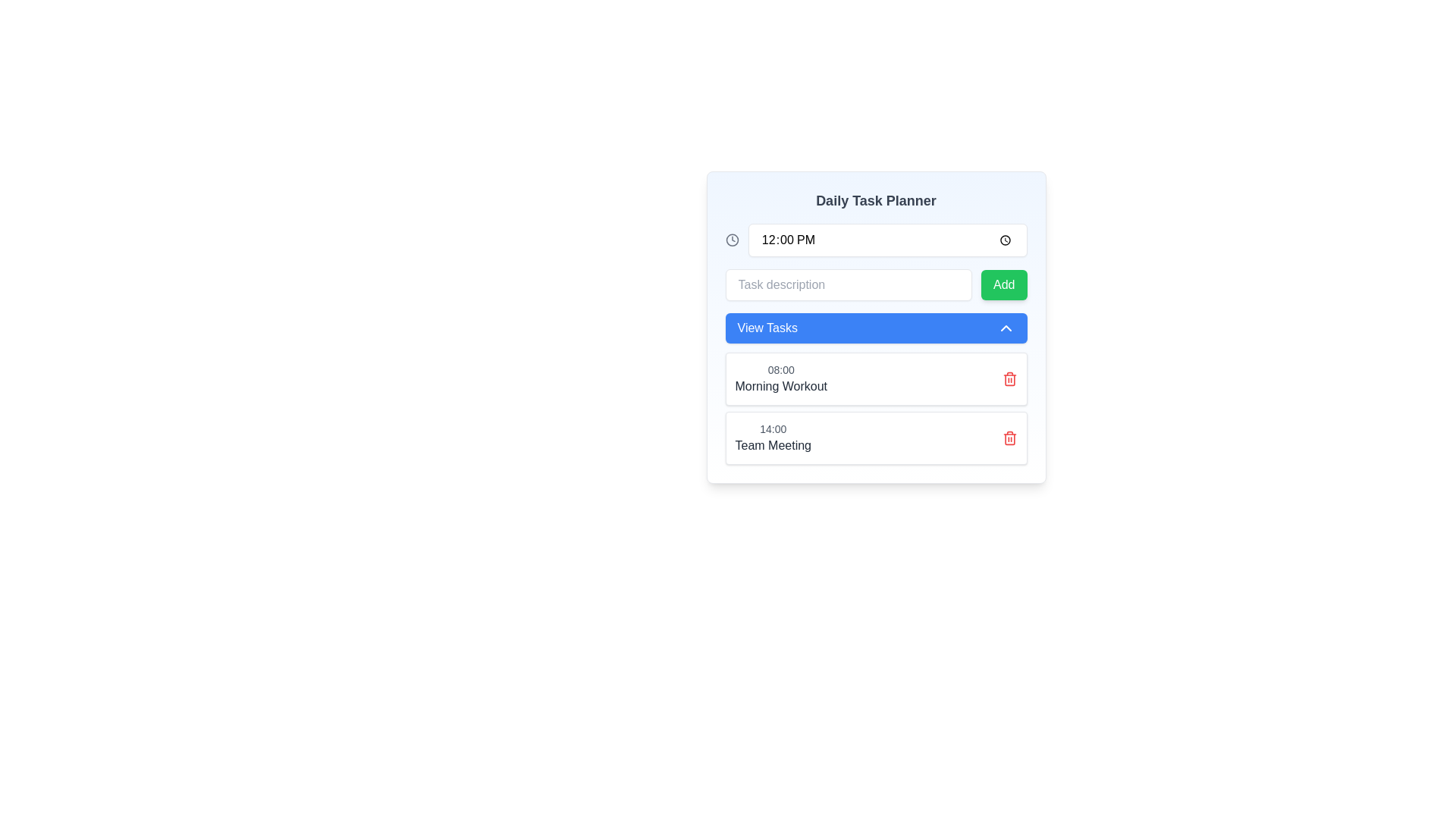  I want to click on the text of the 'Team Meeting' label displayed in bold font in the task list, located in the center-right section of the interface, so click(773, 444).